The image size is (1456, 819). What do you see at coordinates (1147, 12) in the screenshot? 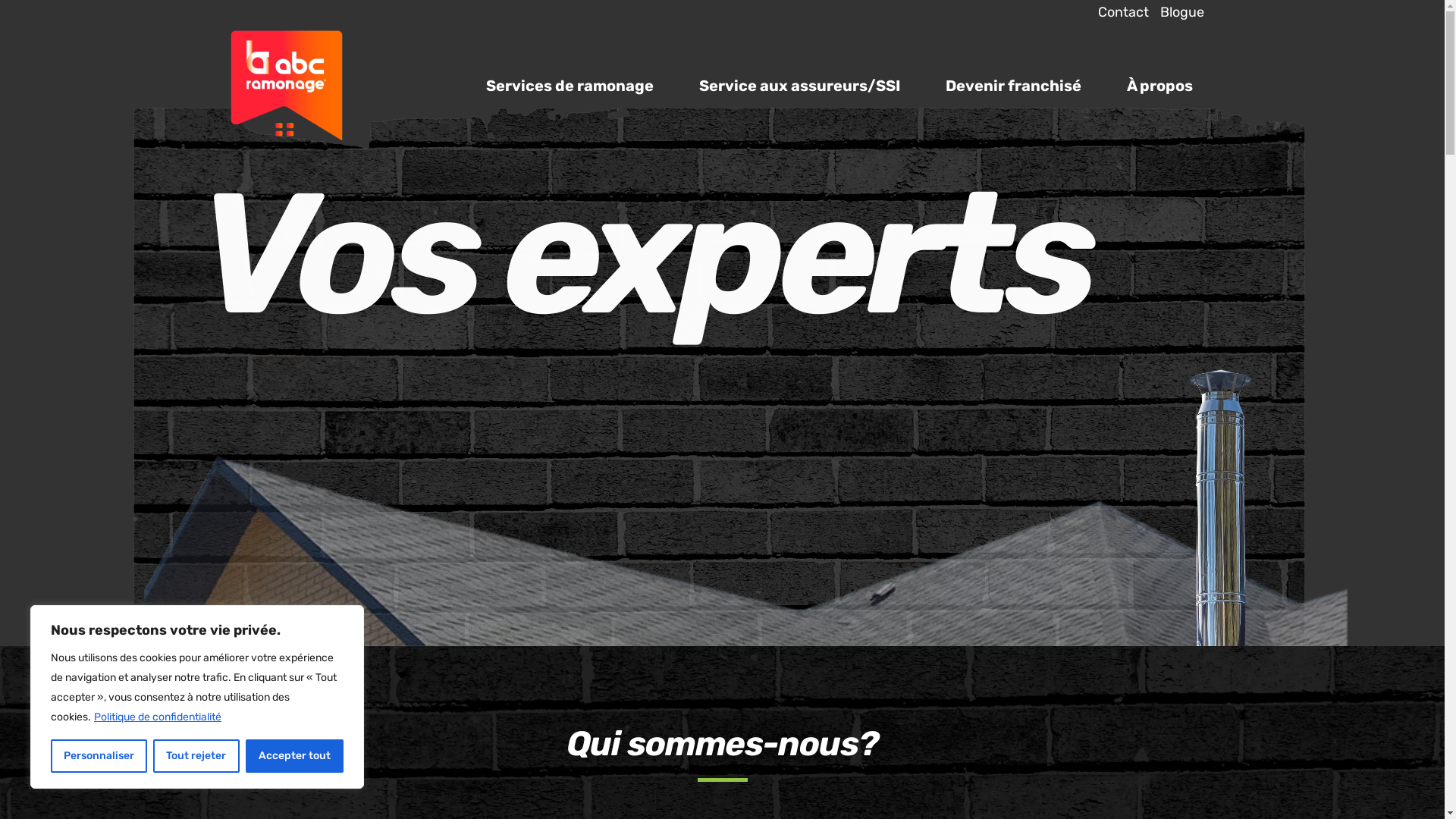
I see `'Blogue'` at bounding box center [1147, 12].